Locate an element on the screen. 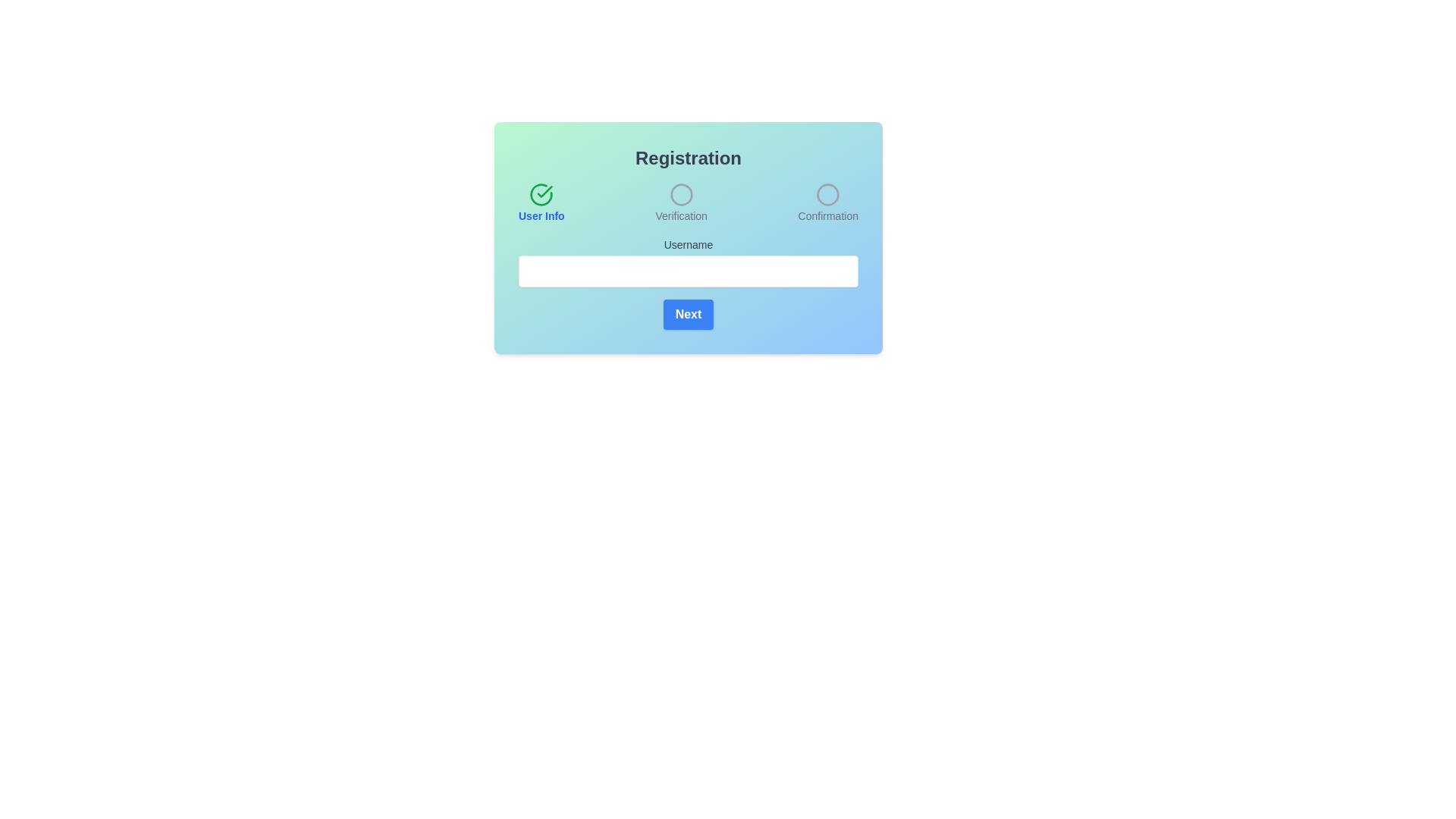 This screenshot has height=819, width=1456. the icon indicating a successfully completed step in the 'User Info' section of the registration progress bar is located at coordinates (541, 194).